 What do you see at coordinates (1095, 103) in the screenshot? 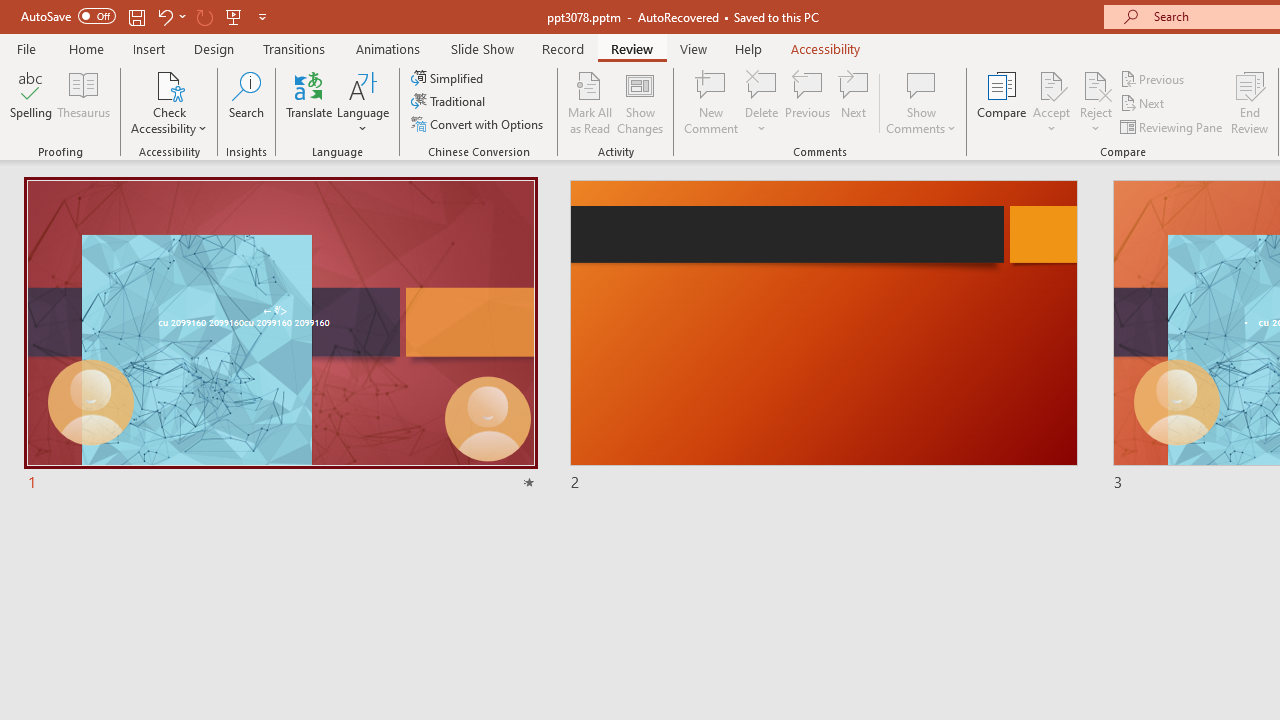
I see `'Reject'` at bounding box center [1095, 103].